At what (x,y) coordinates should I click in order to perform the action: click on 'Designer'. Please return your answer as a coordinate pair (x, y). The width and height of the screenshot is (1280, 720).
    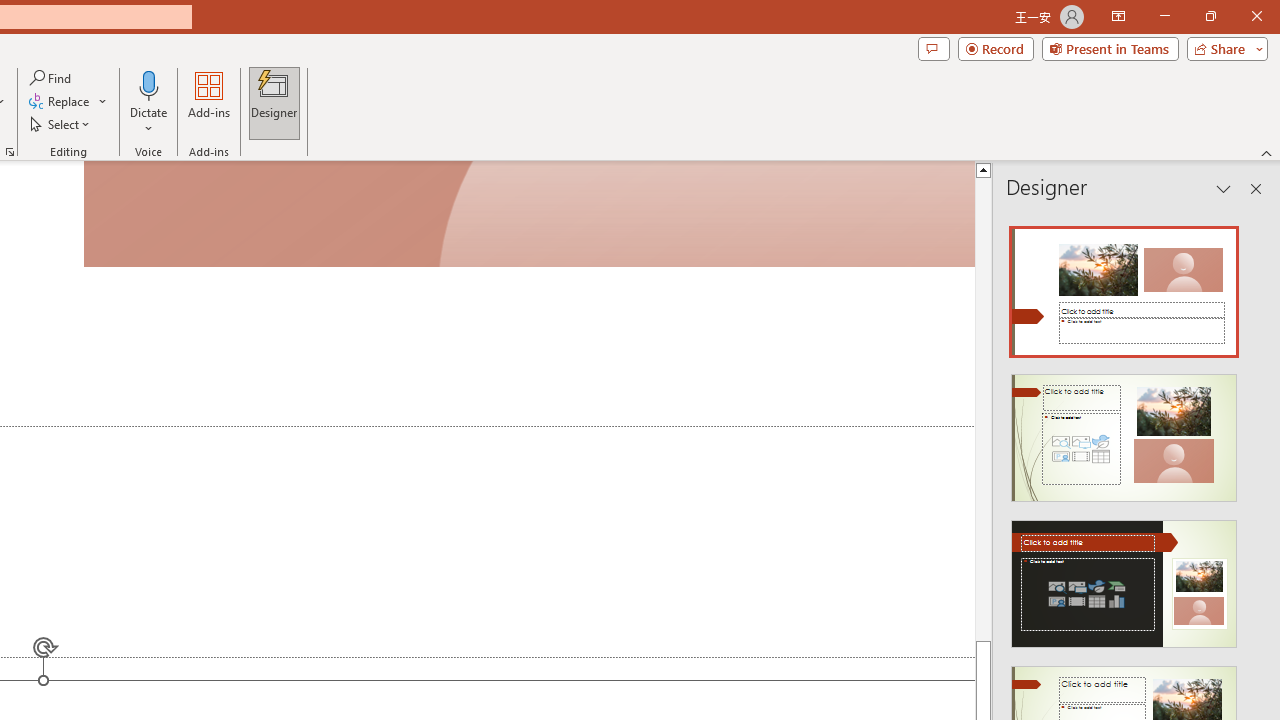
    Looking at the image, I should click on (273, 103).